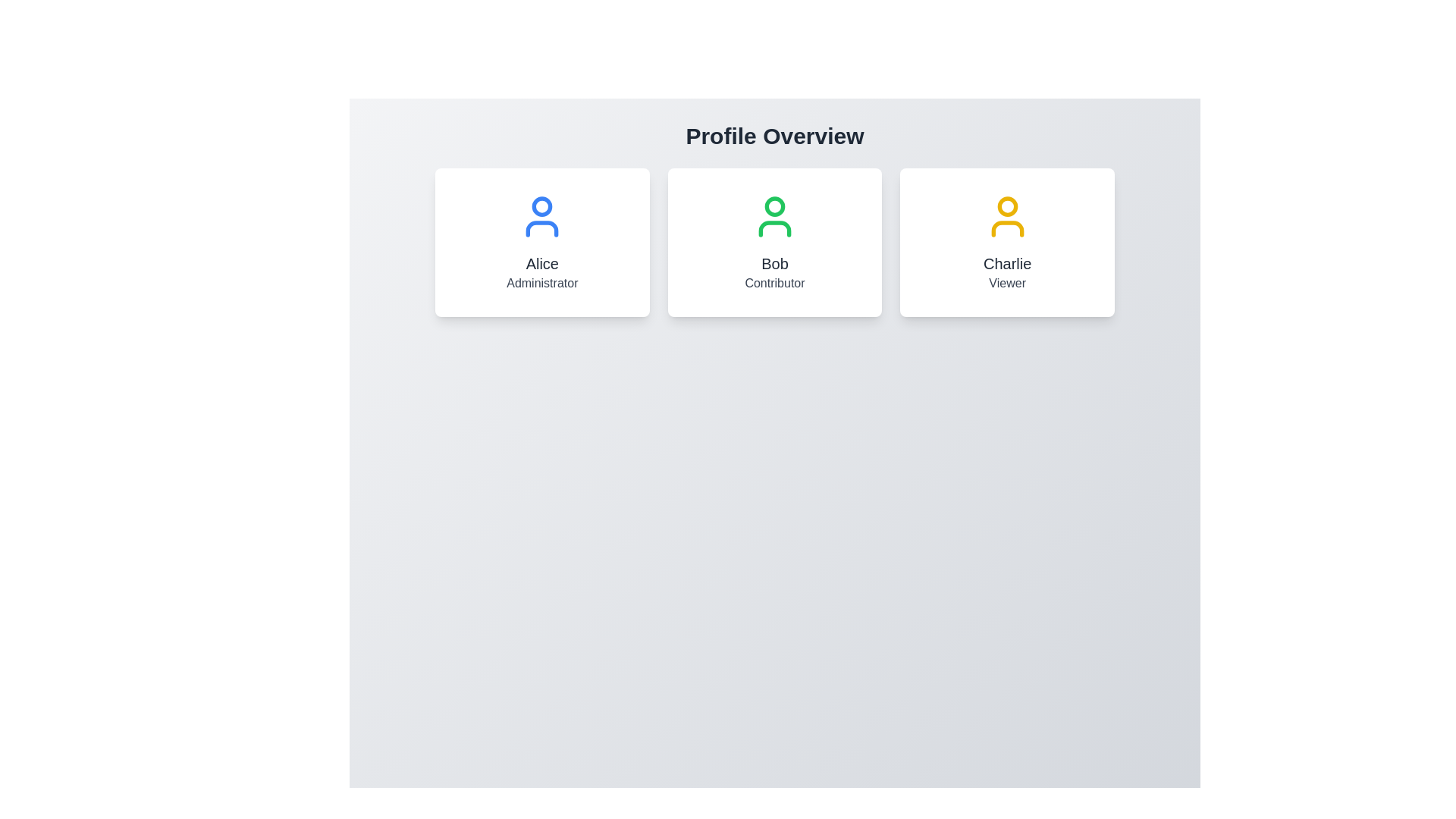 The height and width of the screenshot is (819, 1456). I want to click on the static text label displaying 'Contributor' in a medium-sized, gray font, positioned below the larger text 'Bob' and the green profile icon, at the bottom of the card about 'Bob', so click(775, 284).